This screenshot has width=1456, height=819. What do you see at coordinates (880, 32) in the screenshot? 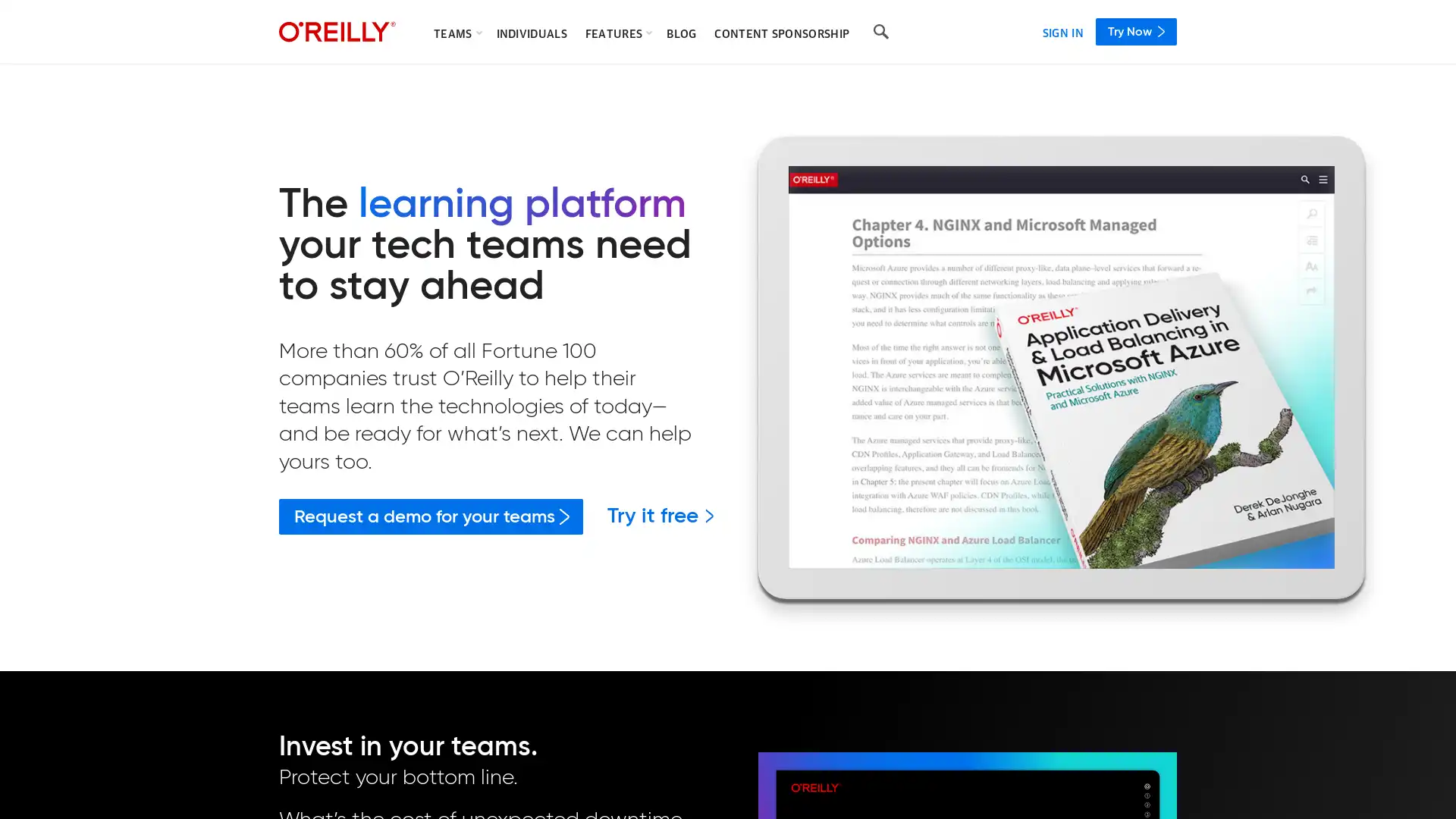
I see `Search` at bounding box center [880, 32].